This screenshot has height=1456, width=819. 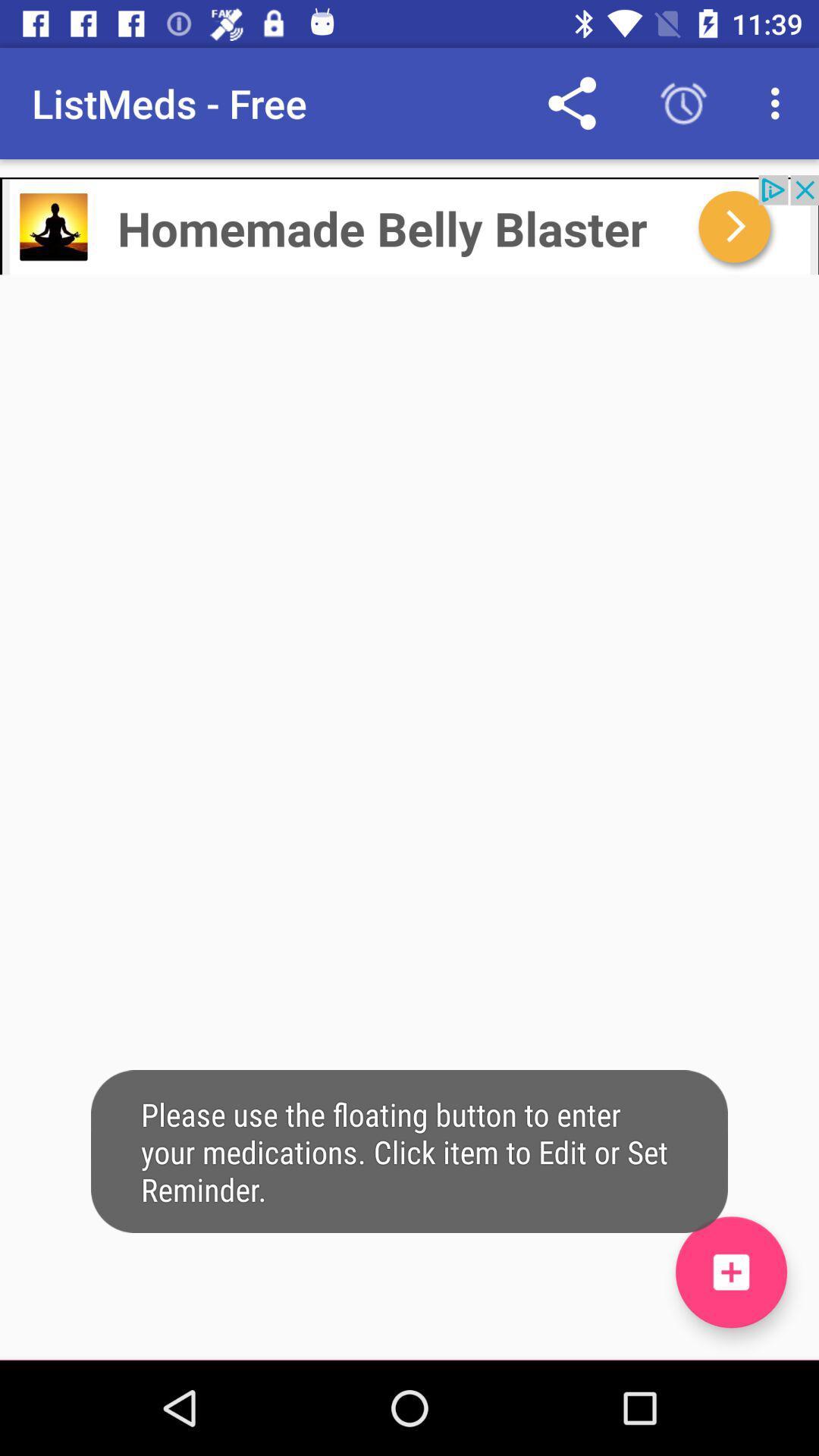 I want to click on click advertisement, so click(x=409, y=224).